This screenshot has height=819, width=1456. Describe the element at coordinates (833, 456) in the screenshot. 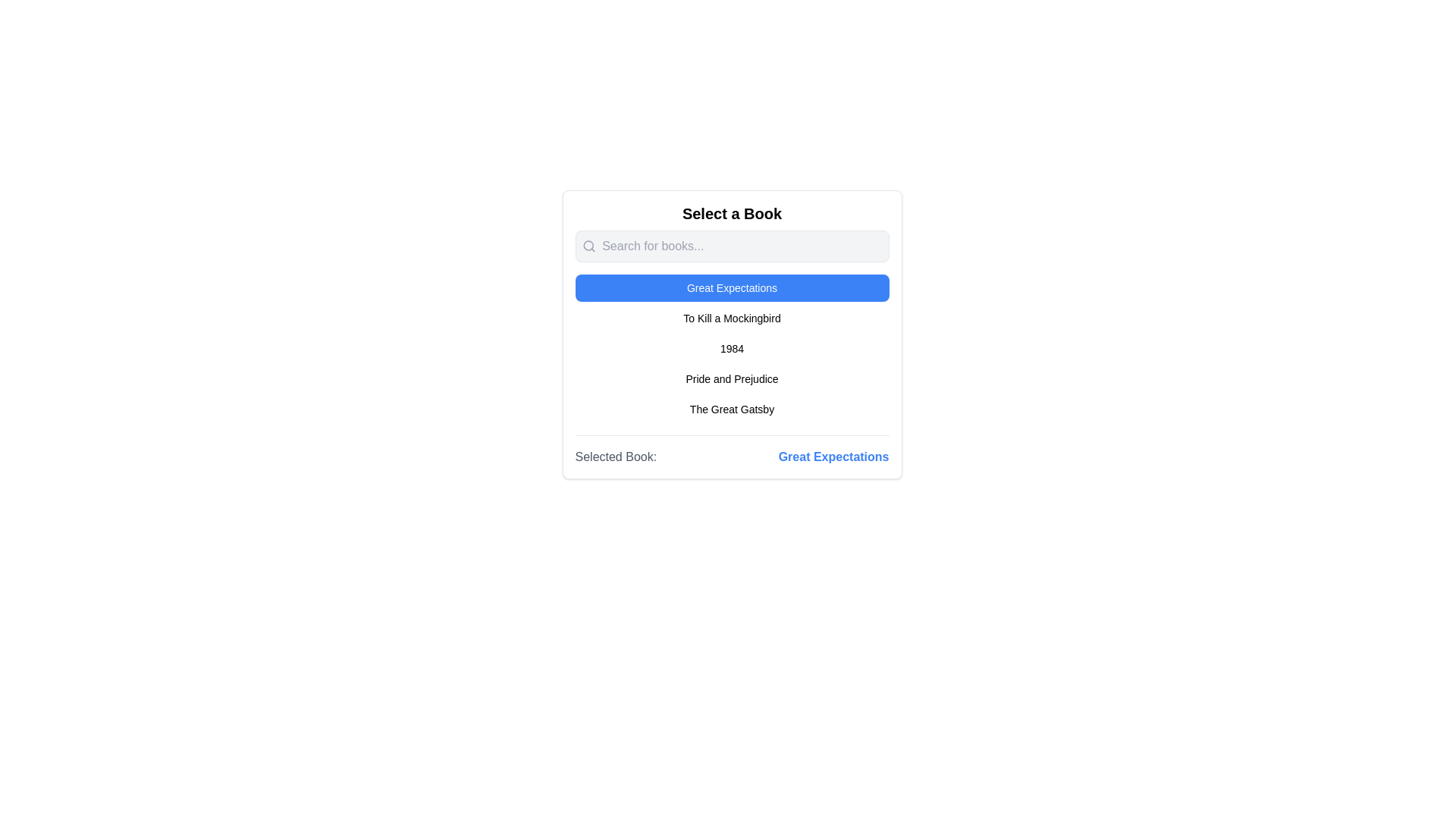

I see `the Text Label that displays the name of the currently selected book, which is positioned to the right of the text 'Selected Book:' in the bottom section of the frame` at that location.